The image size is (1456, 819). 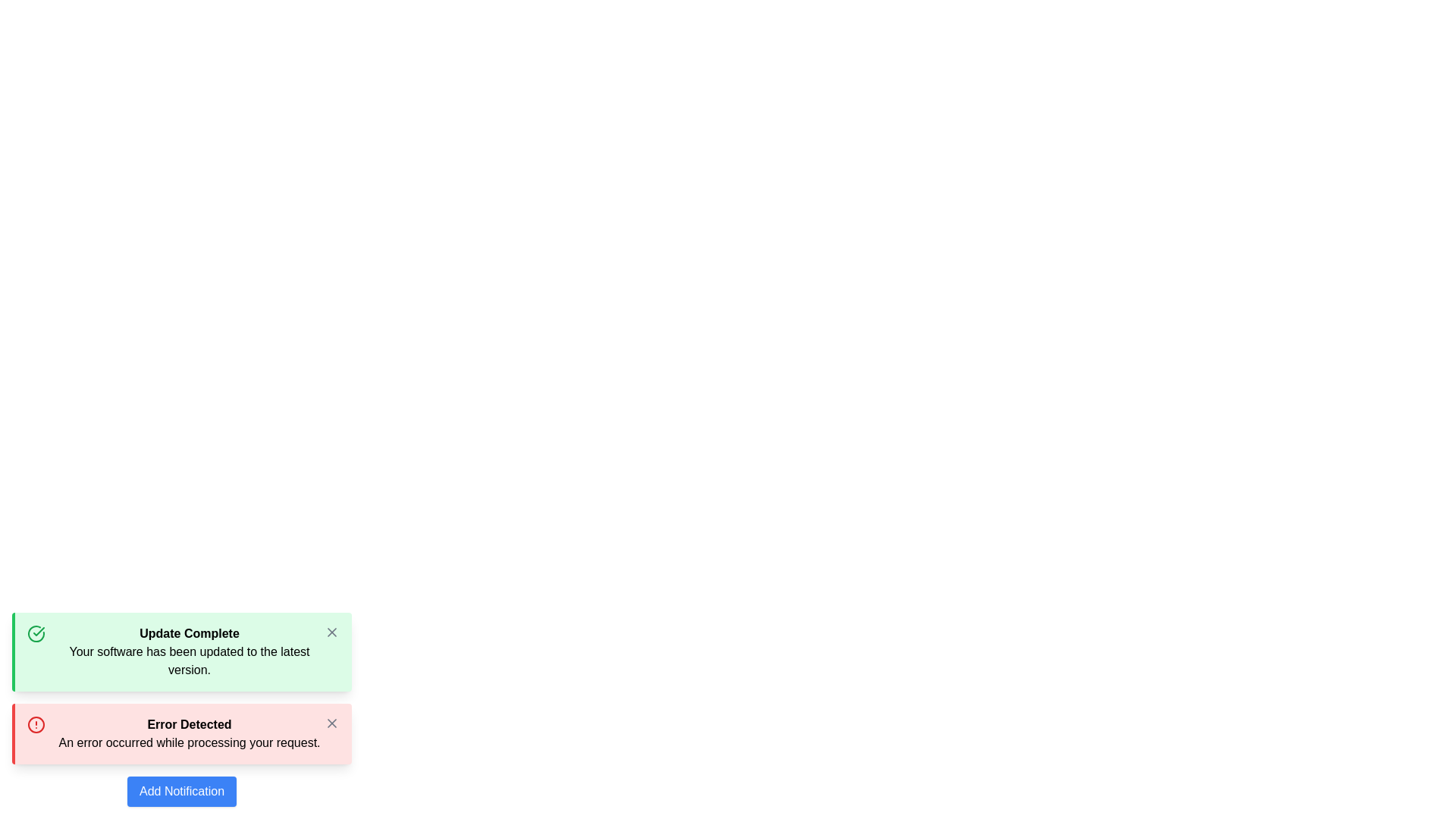 I want to click on the text label displaying 'An error occurred while processing your request' within the red notification box, so click(x=188, y=742).